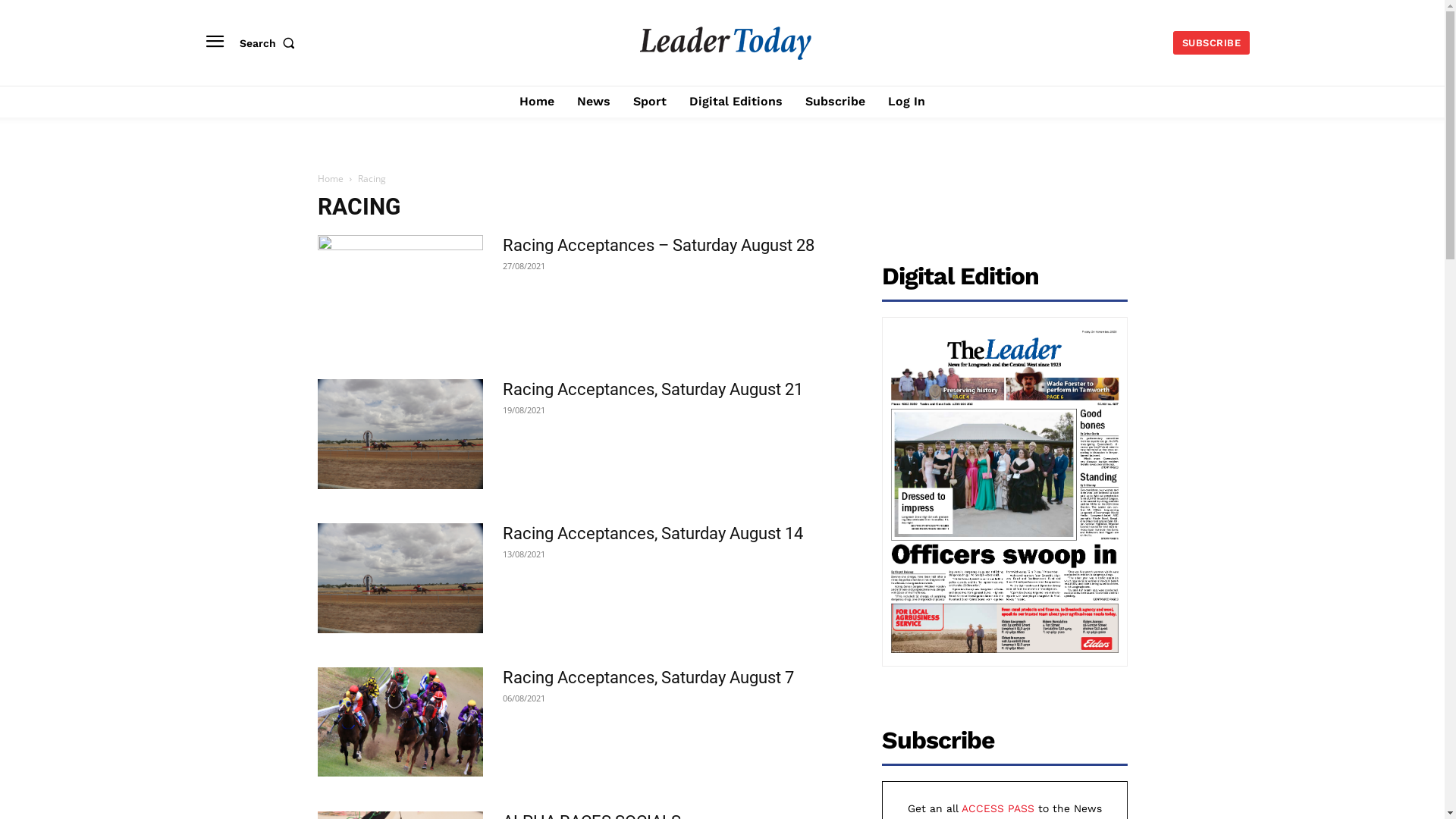 The width and height of the screenshot is (1456, 819). I want to click on 'Home', so click(537, 102).